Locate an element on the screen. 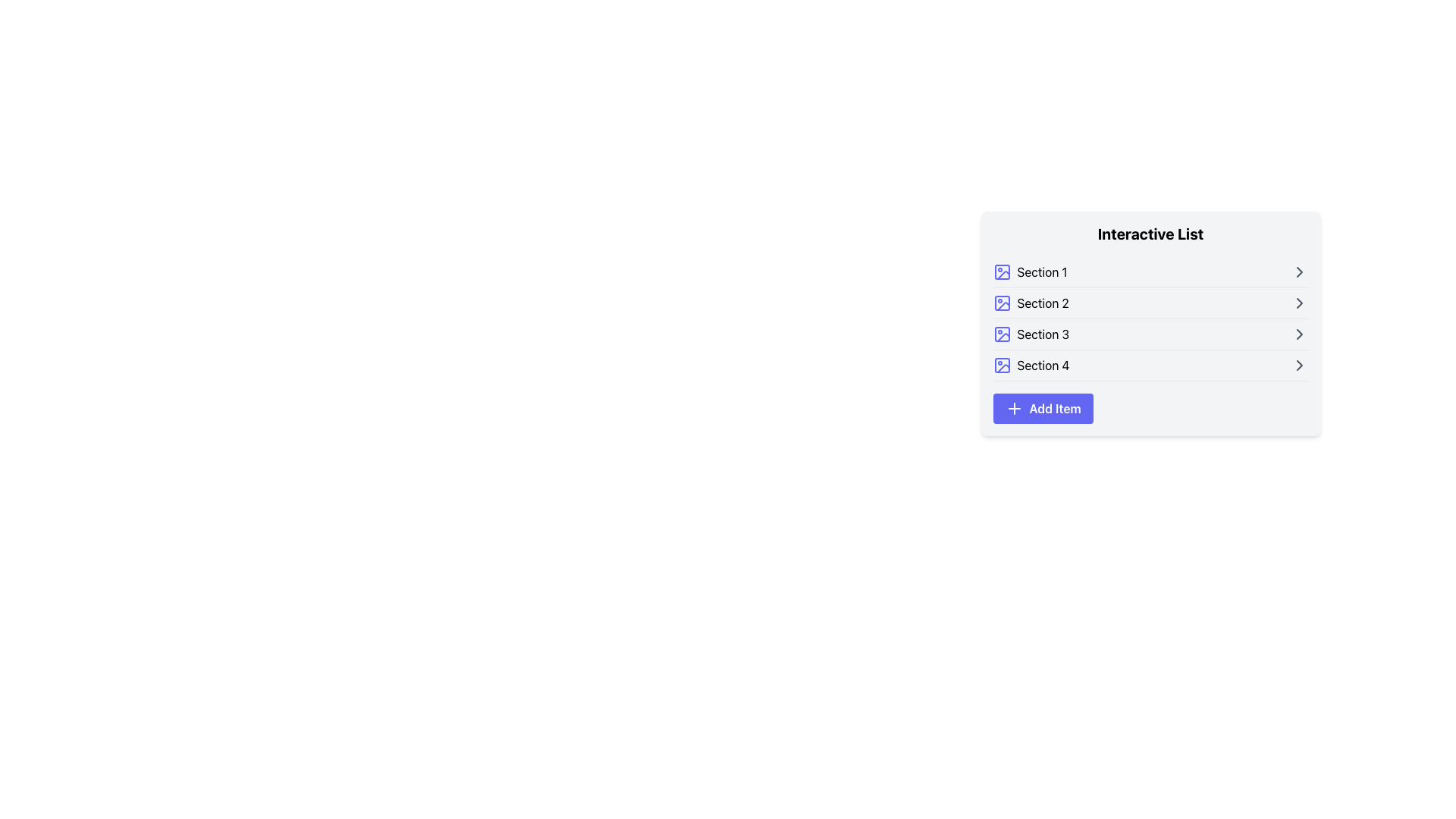 The image size is (1456, 819). the rounded rectangle graphic that indicates an image or related function next to the Section 1 label in the interactive list is located at coordinates (1002, 271).